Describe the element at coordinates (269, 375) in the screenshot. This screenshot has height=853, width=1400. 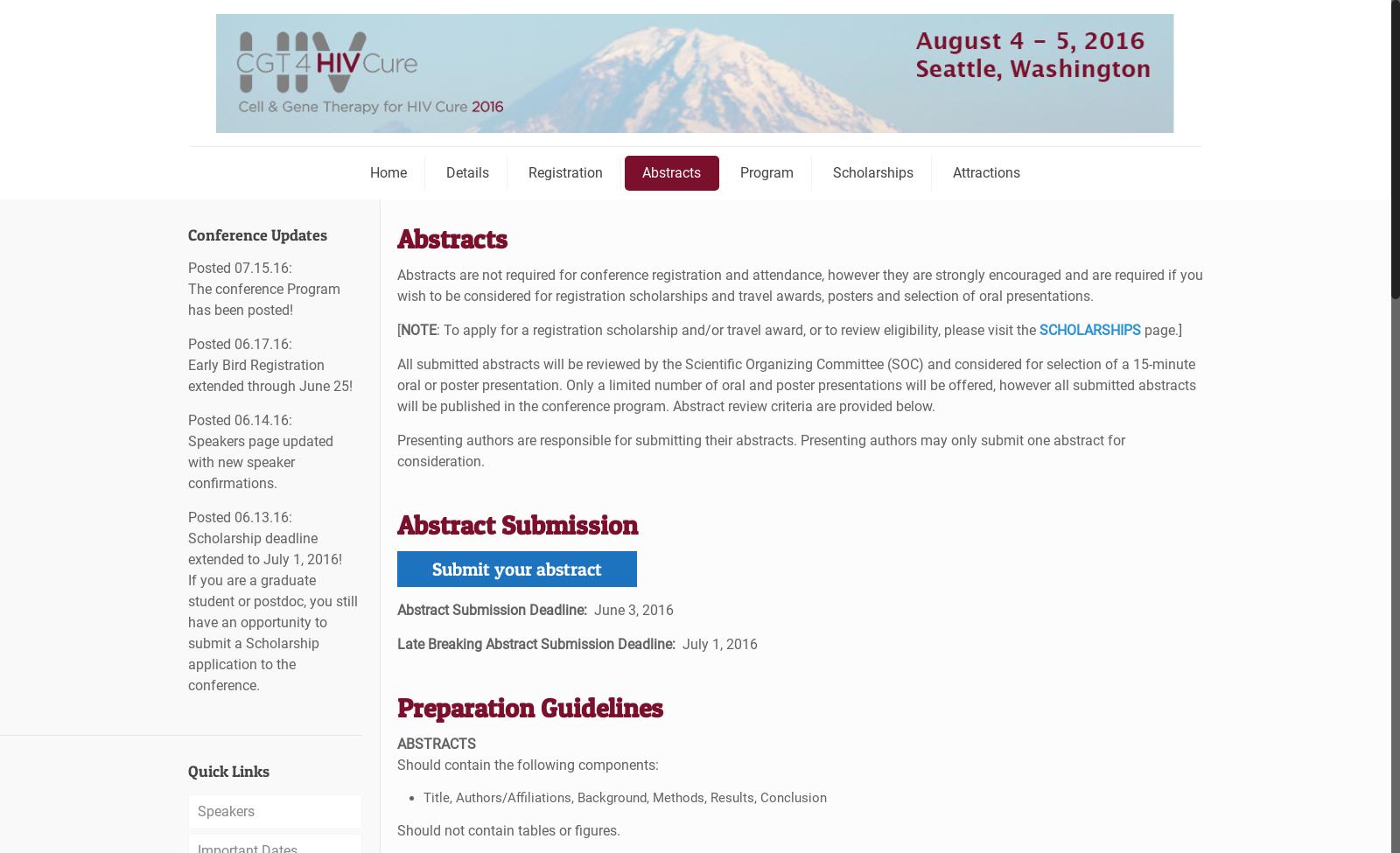
I see `'Early Bird Registration extended through June 25!'` at that location.